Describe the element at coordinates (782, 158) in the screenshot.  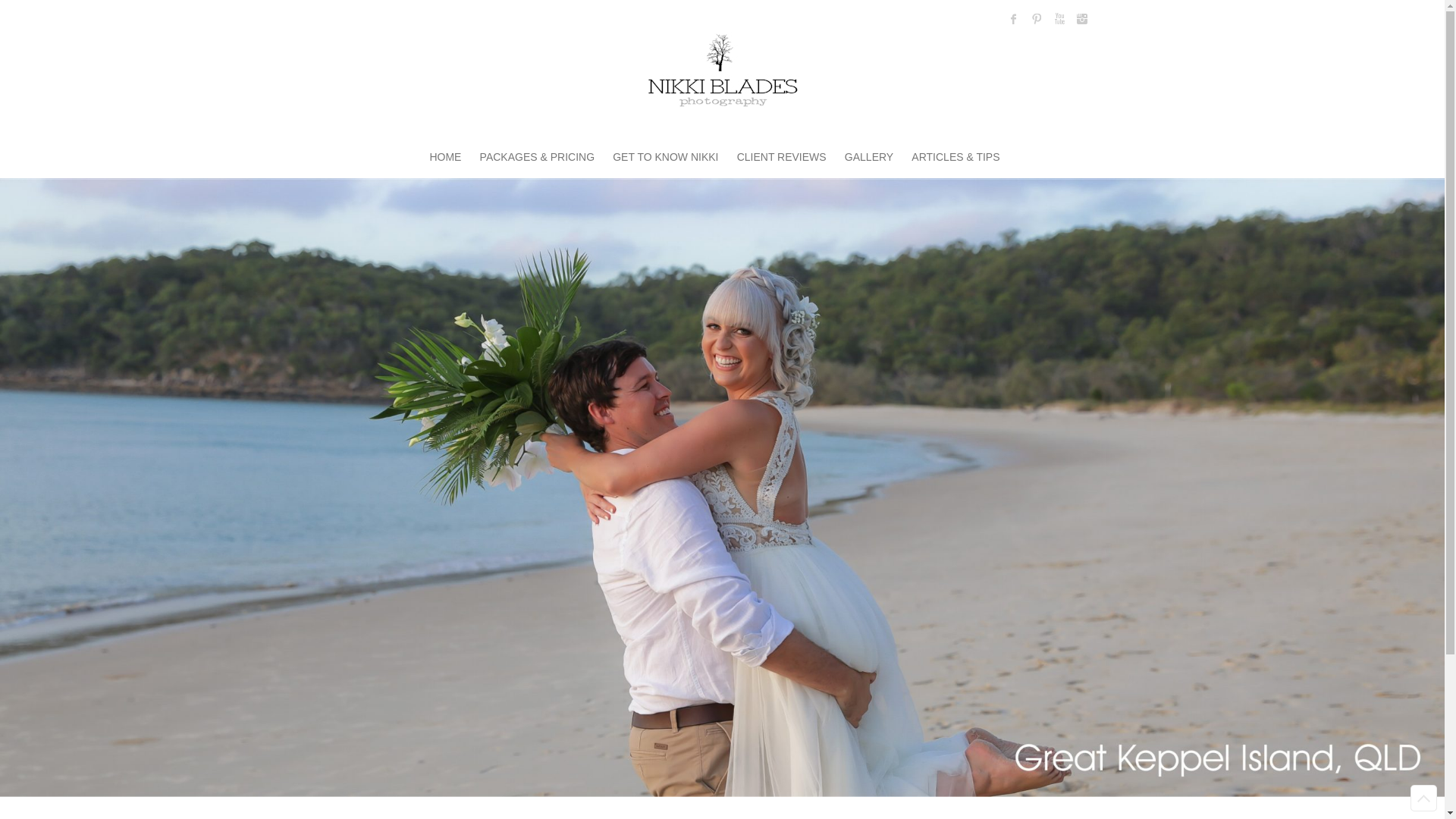
I see `'CLIENT REVIEWS'` at that location.